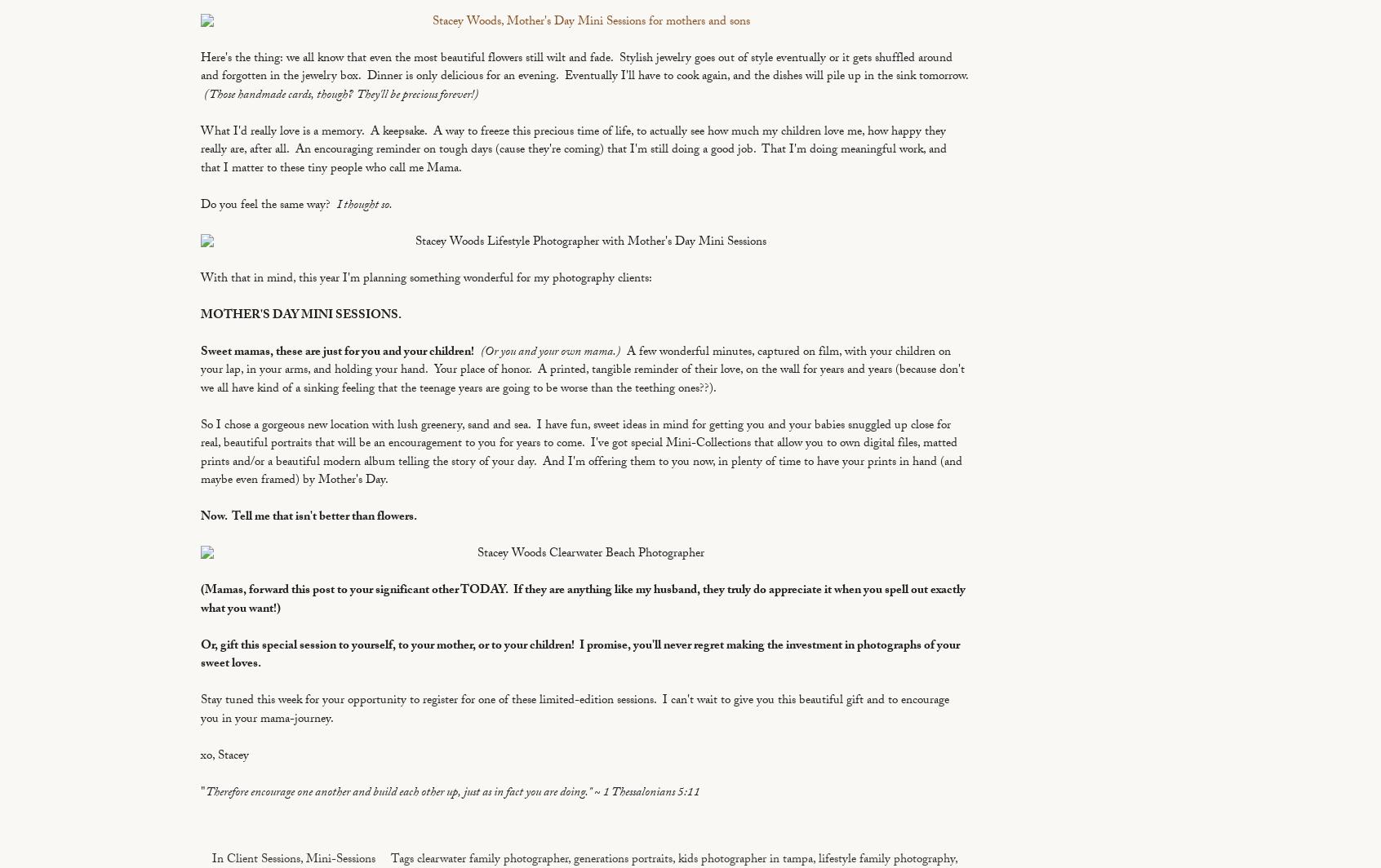  What do you see at coordinates (582, 370) in the screenshot?
I see `'A few wonderful minutes, captured on film, with your children on your lap, in your arms, and holding your hand.  Your place of honor.  A printed, tangible reminder of their love, on the wall for years and years (because don't we all have kind of a sinking feeling that the teenage years are going to be worse than the teething ones??).'` at bounding box center [582, 370].